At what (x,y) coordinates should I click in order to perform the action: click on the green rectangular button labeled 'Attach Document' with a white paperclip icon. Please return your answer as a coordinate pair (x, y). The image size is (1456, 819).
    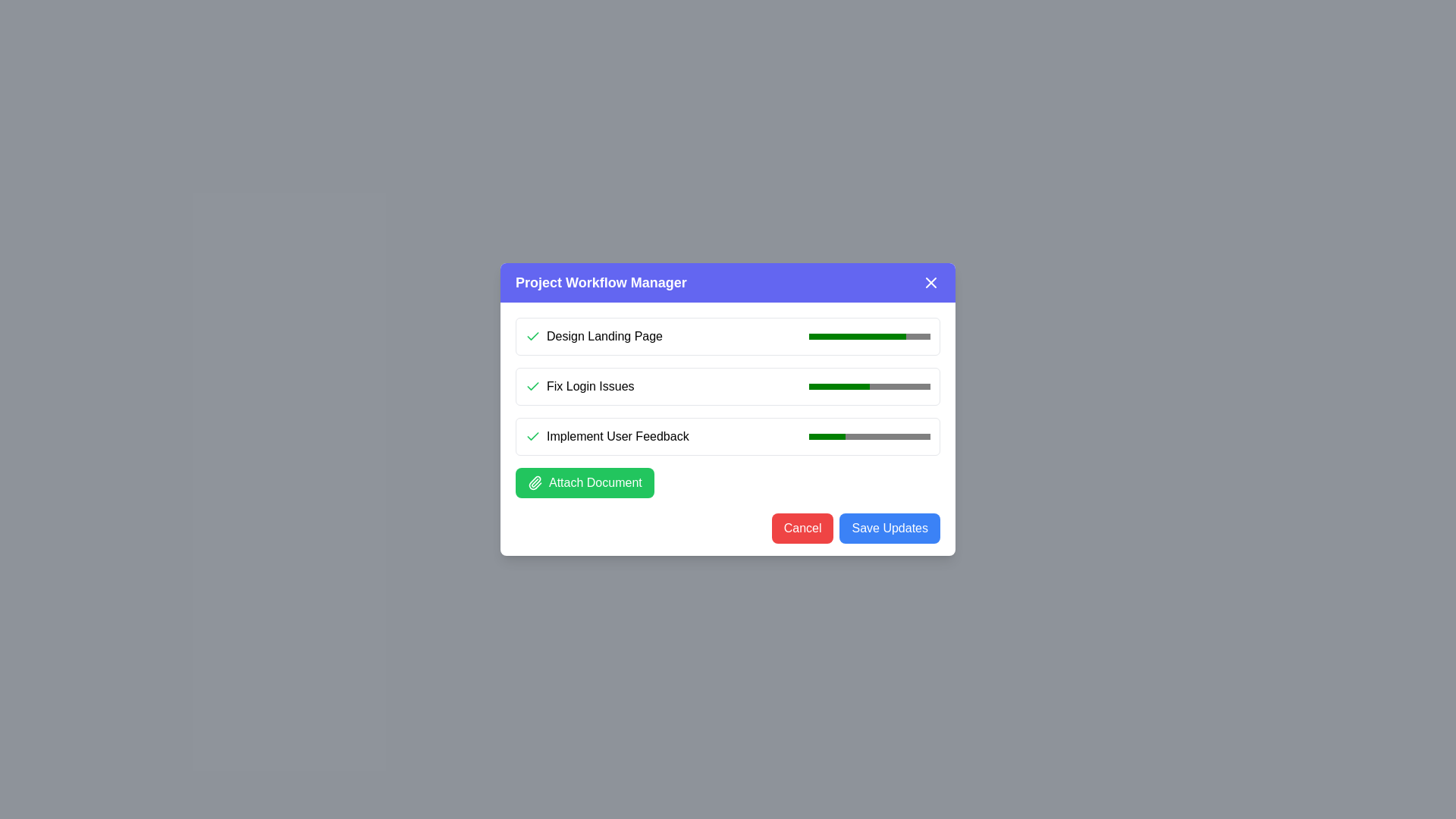
    Looking at the image, I should click on (584, 482).